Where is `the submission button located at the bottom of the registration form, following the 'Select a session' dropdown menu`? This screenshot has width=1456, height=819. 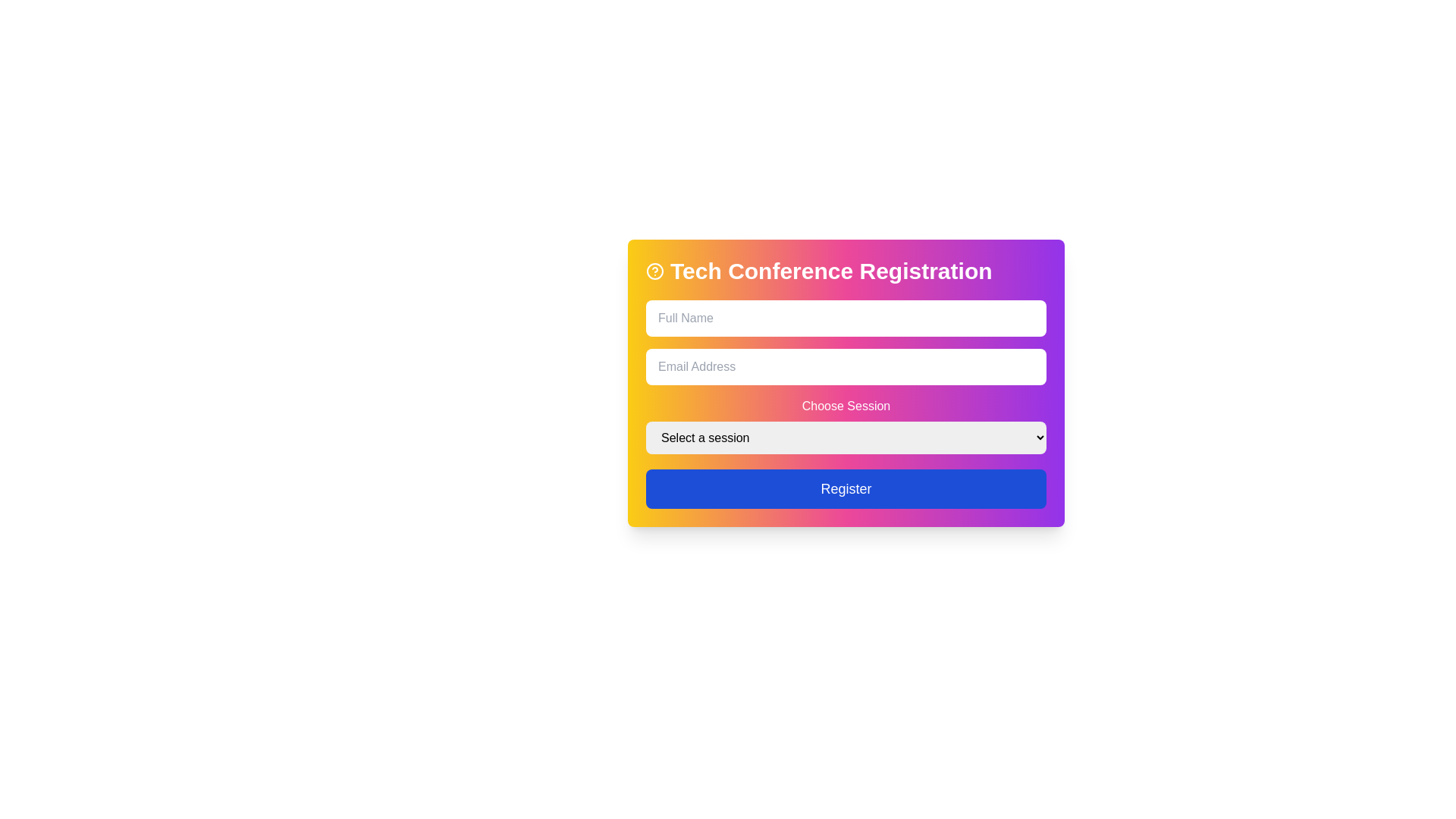 the submission button located at the bottom of the registration form, following the 'Select a session' dropdown menu is located at coordinates (846, 488).